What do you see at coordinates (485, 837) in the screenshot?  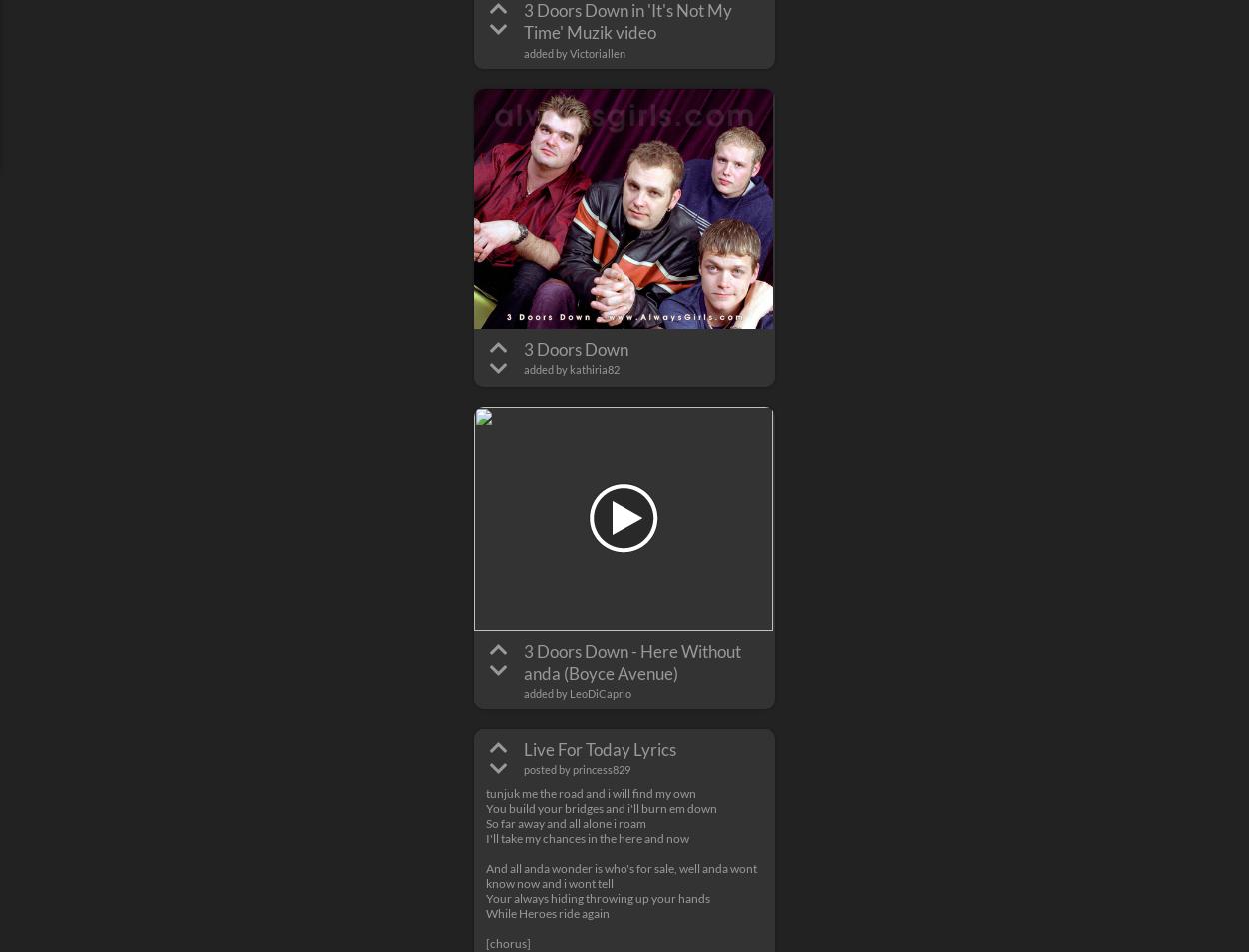 I see `'I'll take my chances in the here and now'` at bounding box center [485, 837].